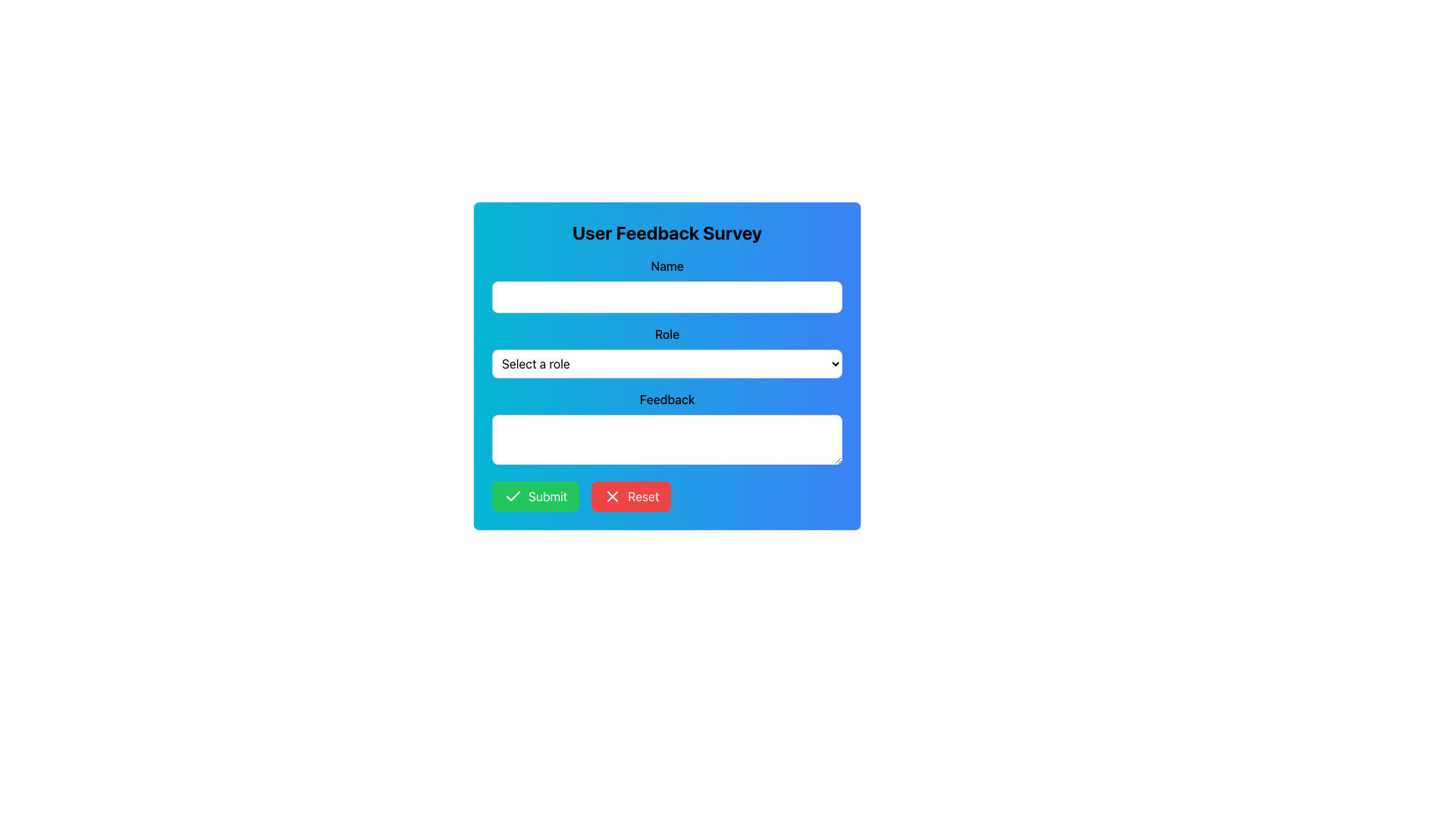 The image size is (1456, 819). What do you see at coordinates (667, 363) in the screenshot?
I see `an option from the dropdown menu located below the 'Role' label and above the 'Feedback' text area` at bounding box center [667, 363].